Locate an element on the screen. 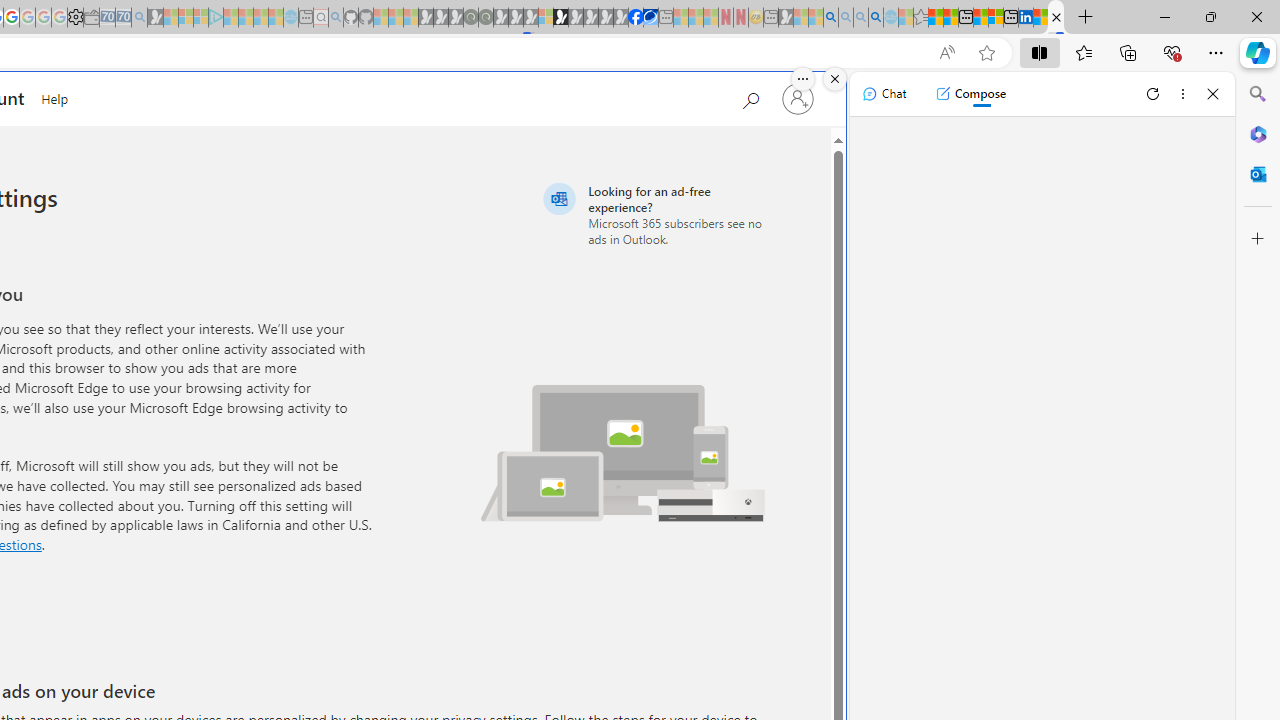  'Illustration of multiple devices' is located at coordinates (622, 452).